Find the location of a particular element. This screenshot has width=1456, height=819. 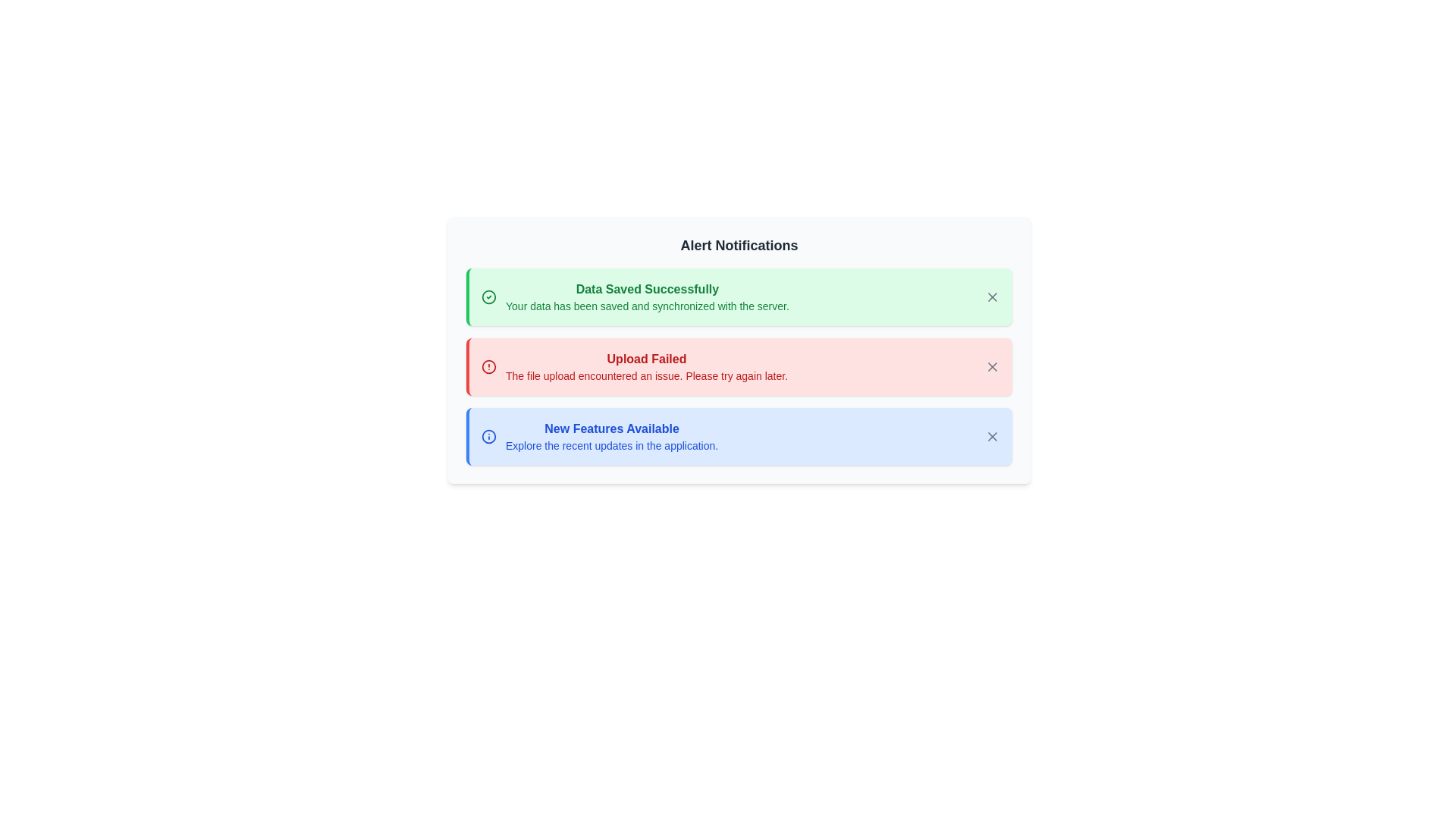

close button for the alert titled 'Data Saved Successfully' is located at coordinates (993, 297).